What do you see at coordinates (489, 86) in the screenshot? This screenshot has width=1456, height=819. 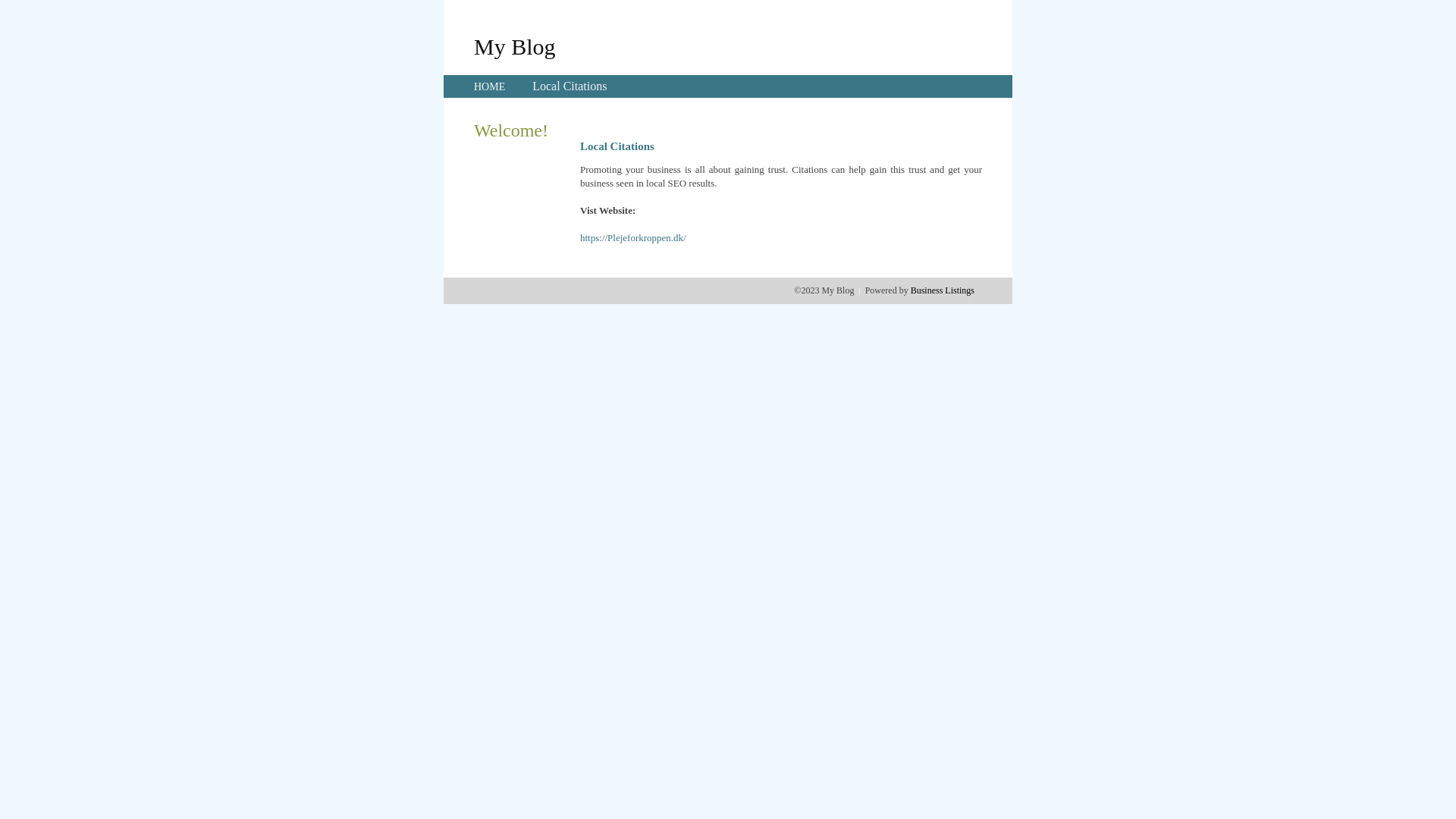 I see `'HOME'` at bounding box center [489, 86].